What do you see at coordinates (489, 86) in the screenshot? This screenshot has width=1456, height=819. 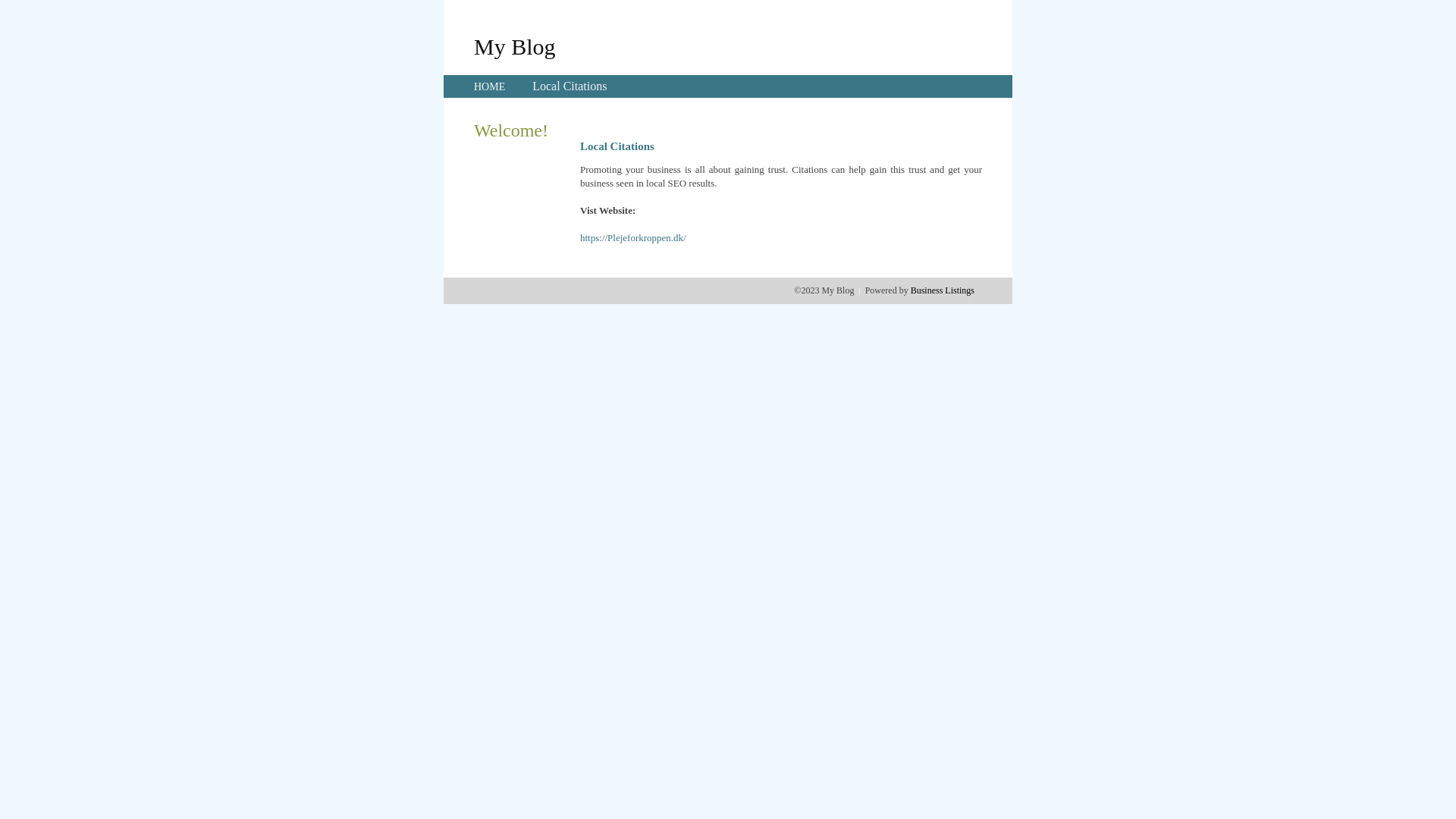 I see `'HOME'` at bounding box center [489, 86].